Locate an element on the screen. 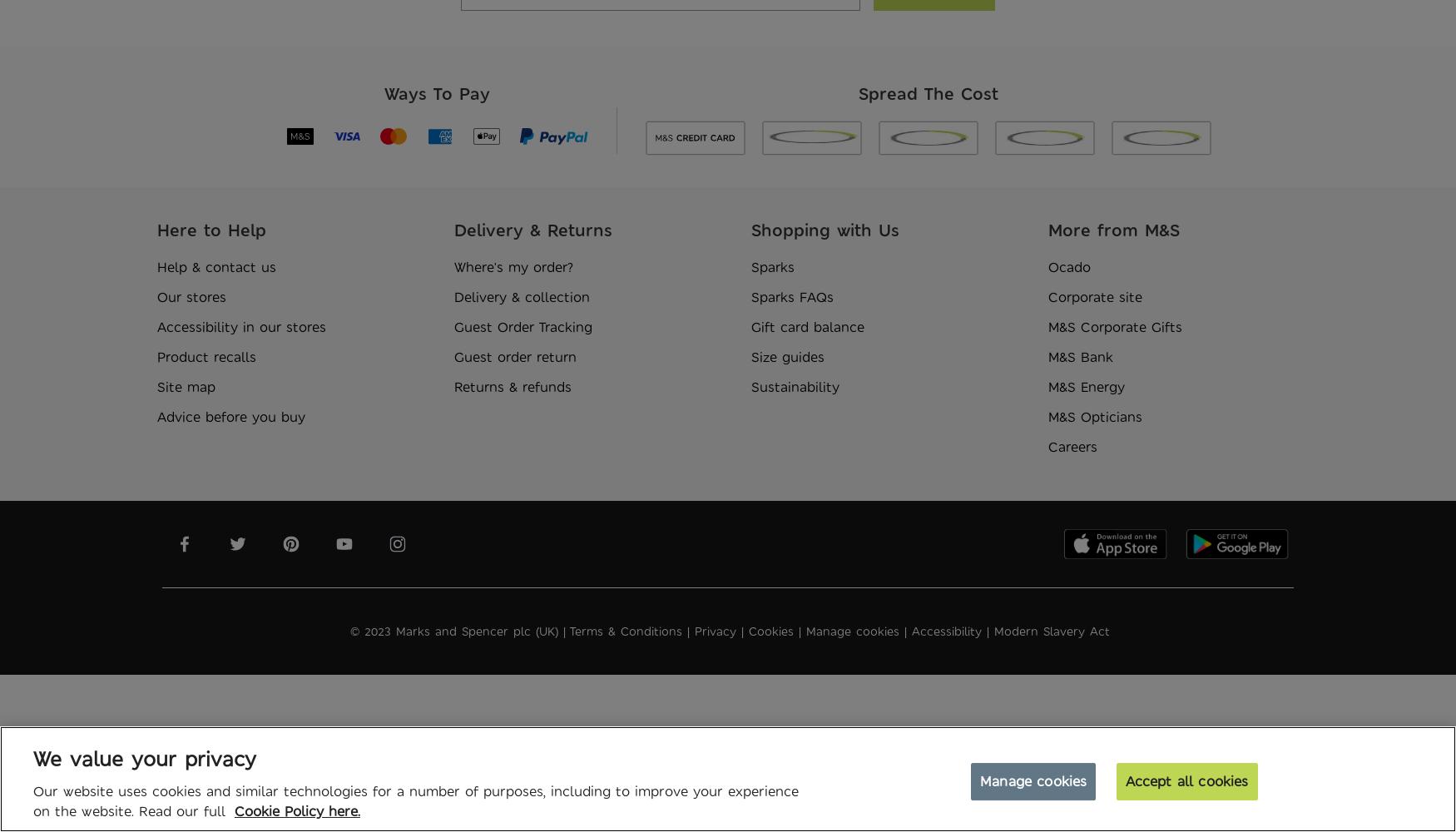 The width and height of the screenshot is (1456, 832). 'Advice before you buy' is located at coordinates (230, 417).